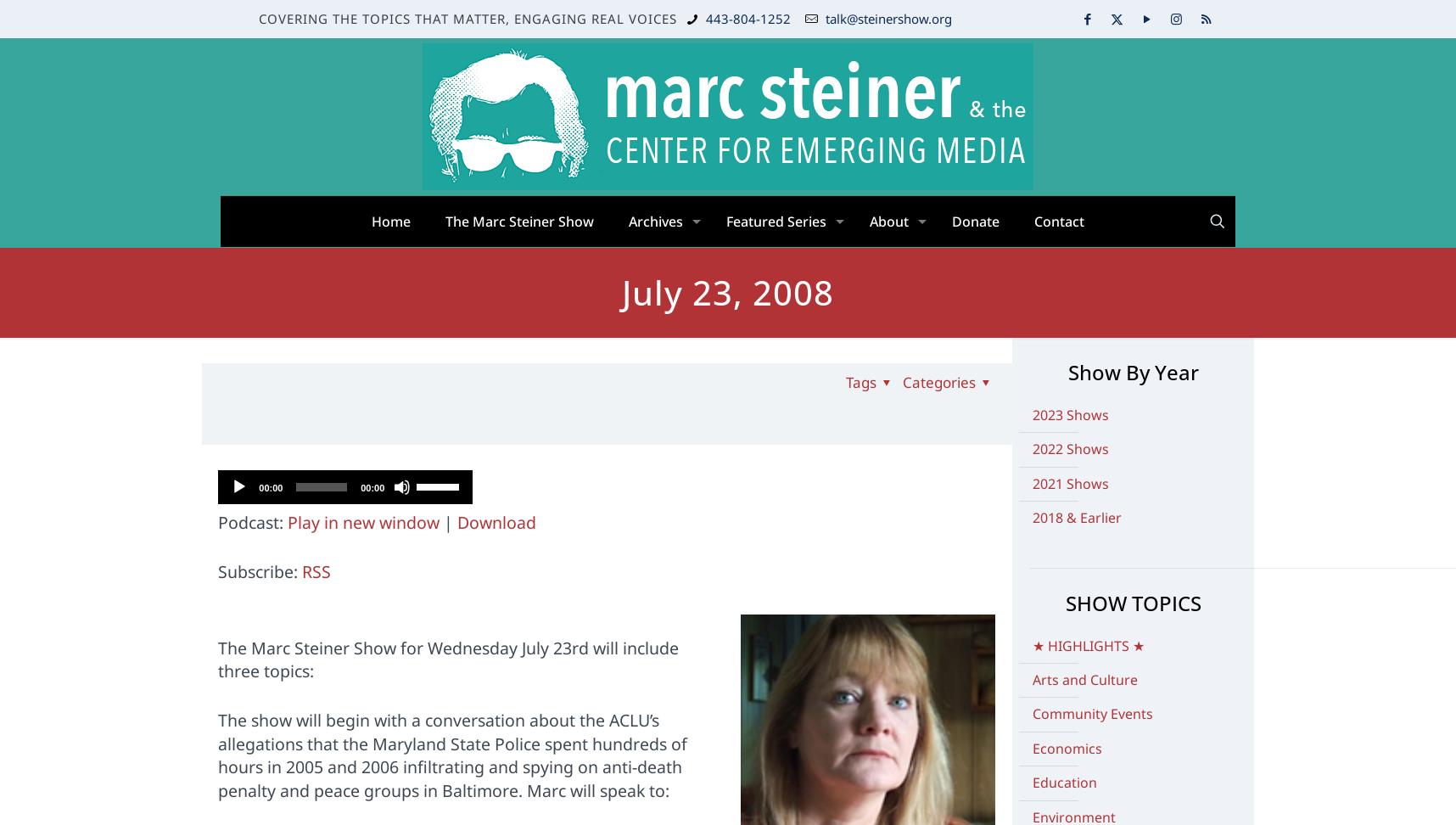 The height and width of the screenshot is (825, 1456). I want to click on '443-804-1252', so click(748, 18).